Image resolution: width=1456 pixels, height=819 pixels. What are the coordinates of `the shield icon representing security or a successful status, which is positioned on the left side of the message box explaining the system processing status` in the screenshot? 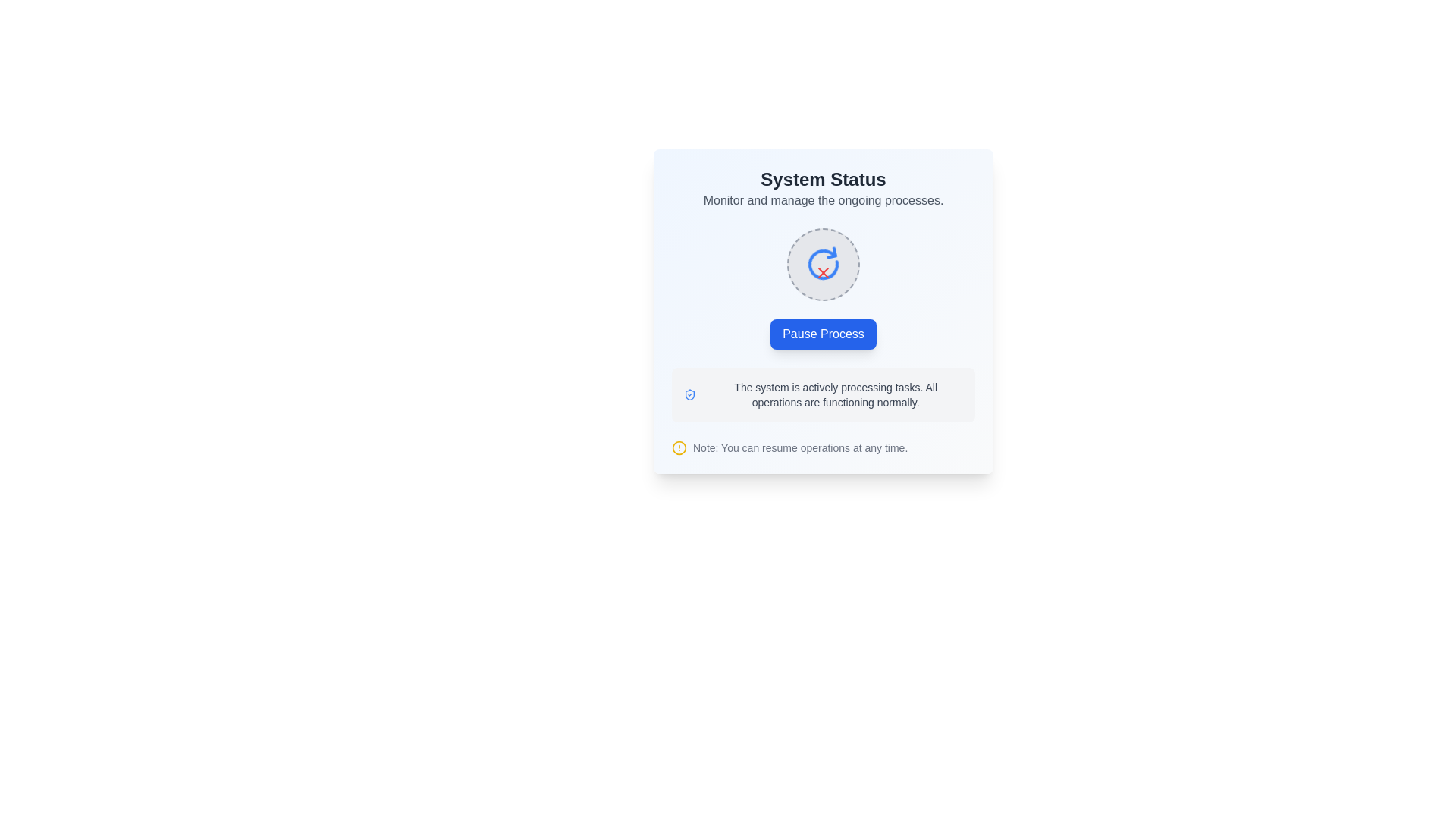 It's located at (689, 394).